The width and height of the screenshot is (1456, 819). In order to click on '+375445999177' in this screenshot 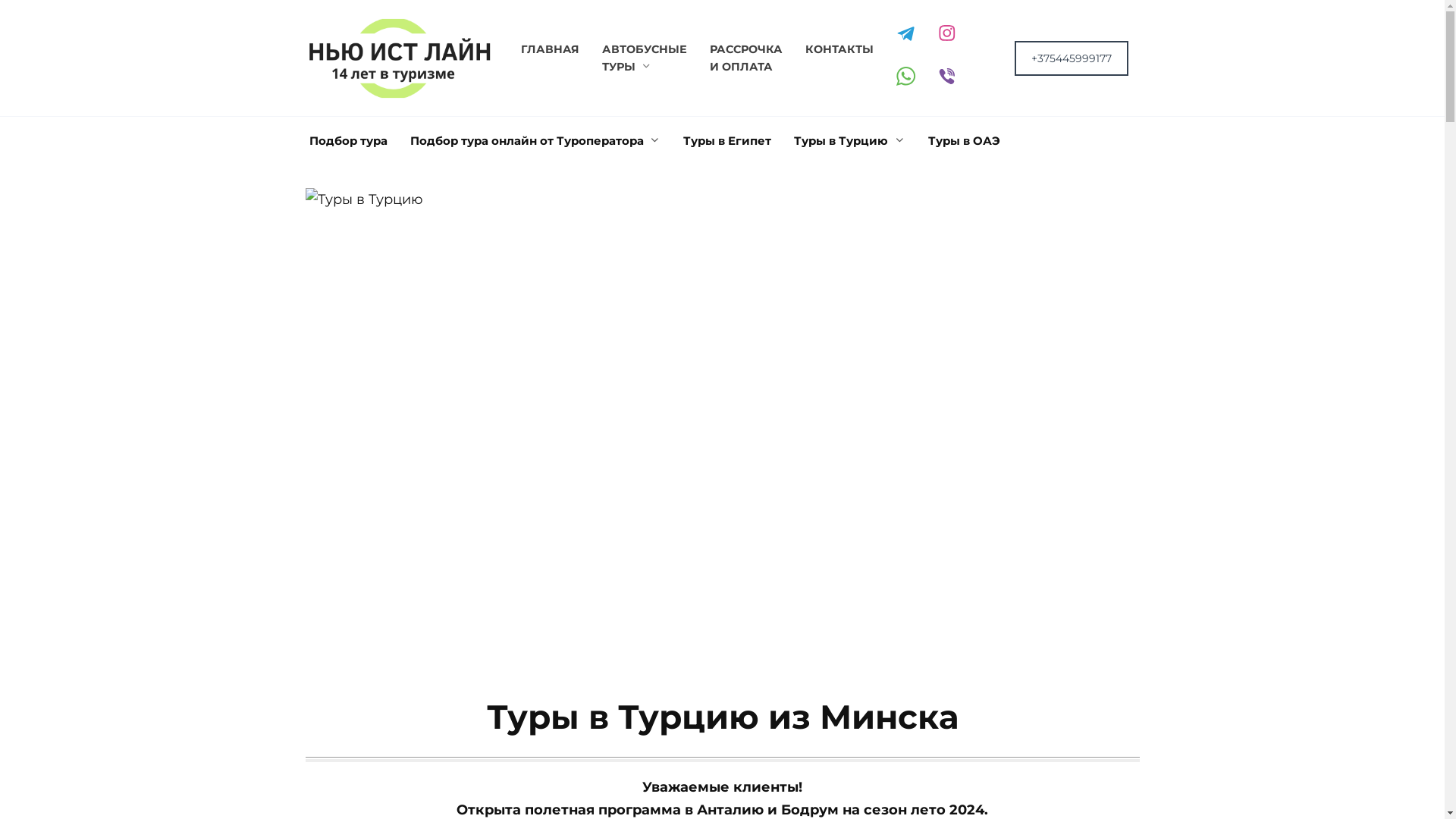, I will do `click(1015, 58)`.